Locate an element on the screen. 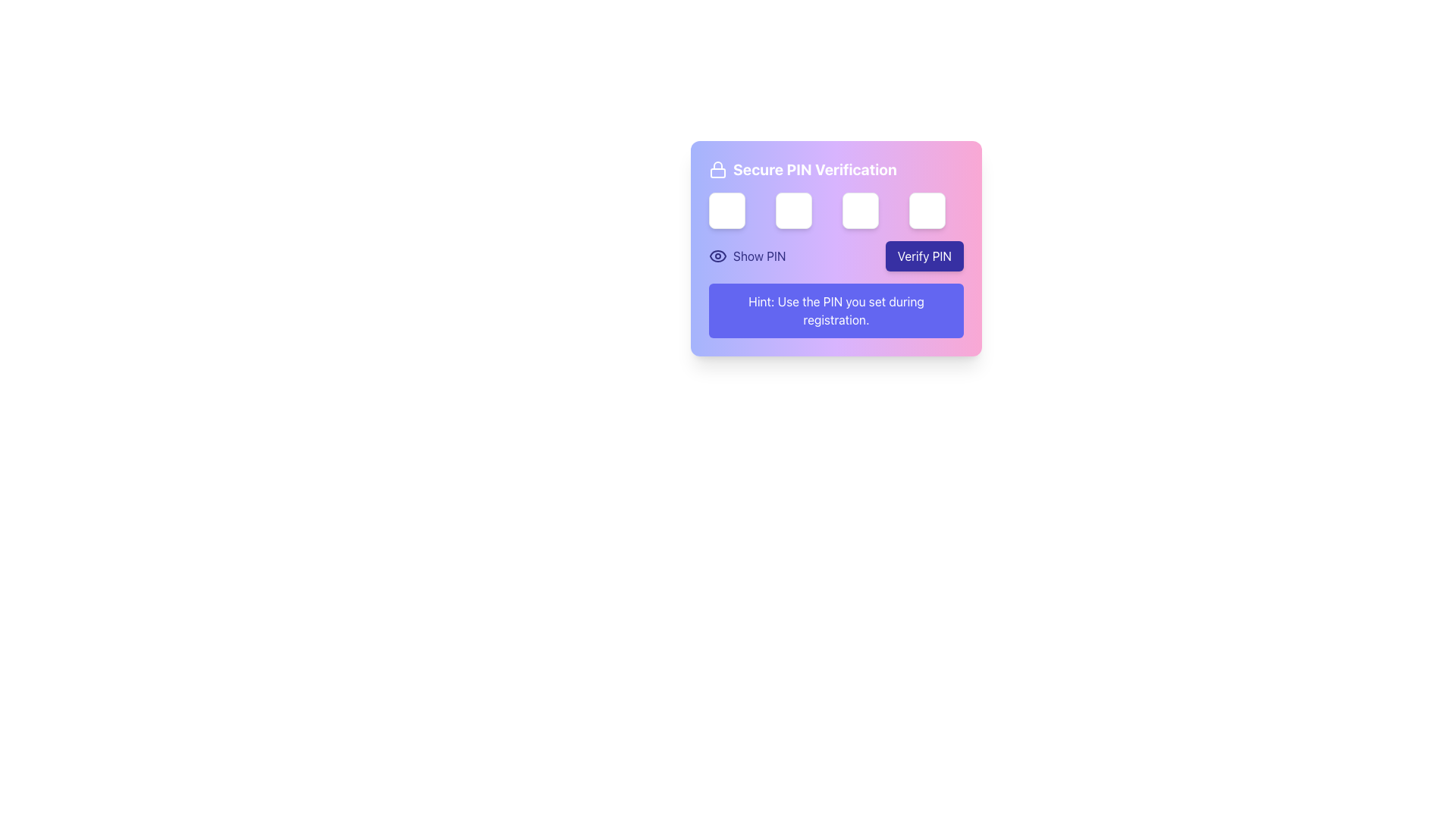 This screenshot has width=1456, height=819. the lock icon located to the far left of the 'Secure PIN Verification' title text, which serves as a visual cue for security in the verification process is located at coordinates (717, 169).